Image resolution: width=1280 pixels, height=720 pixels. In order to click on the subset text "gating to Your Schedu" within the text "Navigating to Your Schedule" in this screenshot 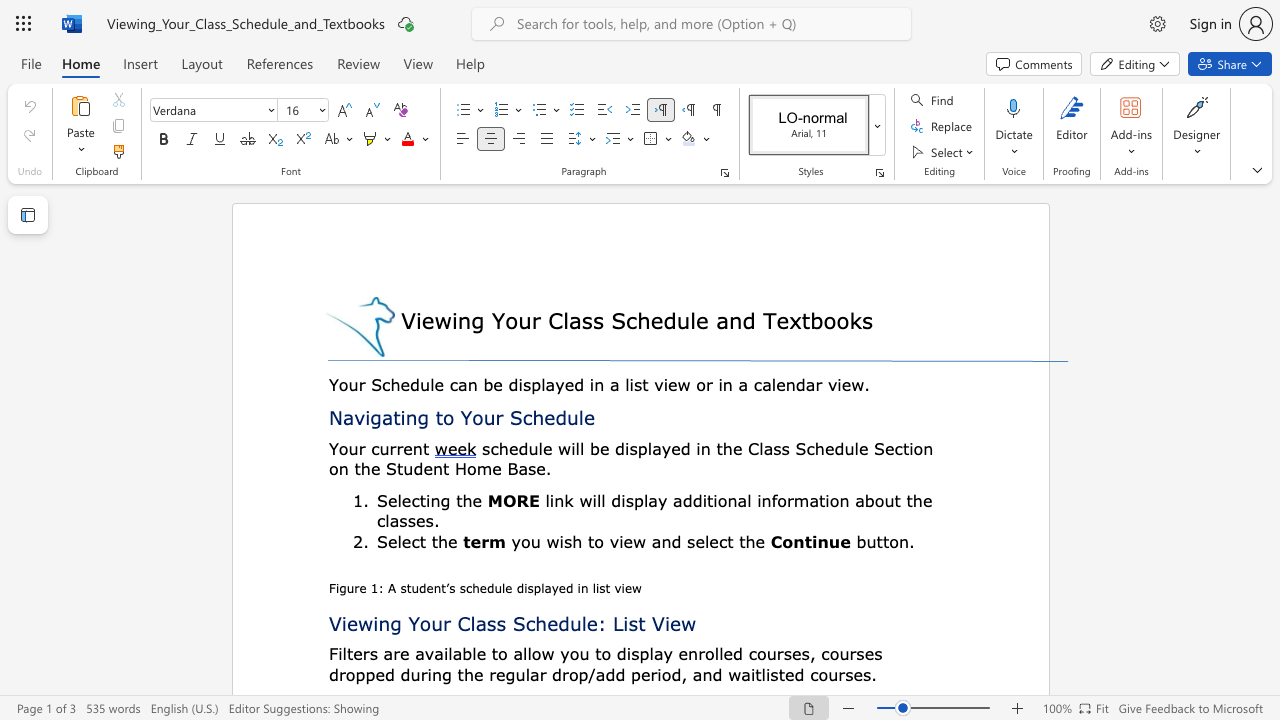, I will do `click(370, 416)`.